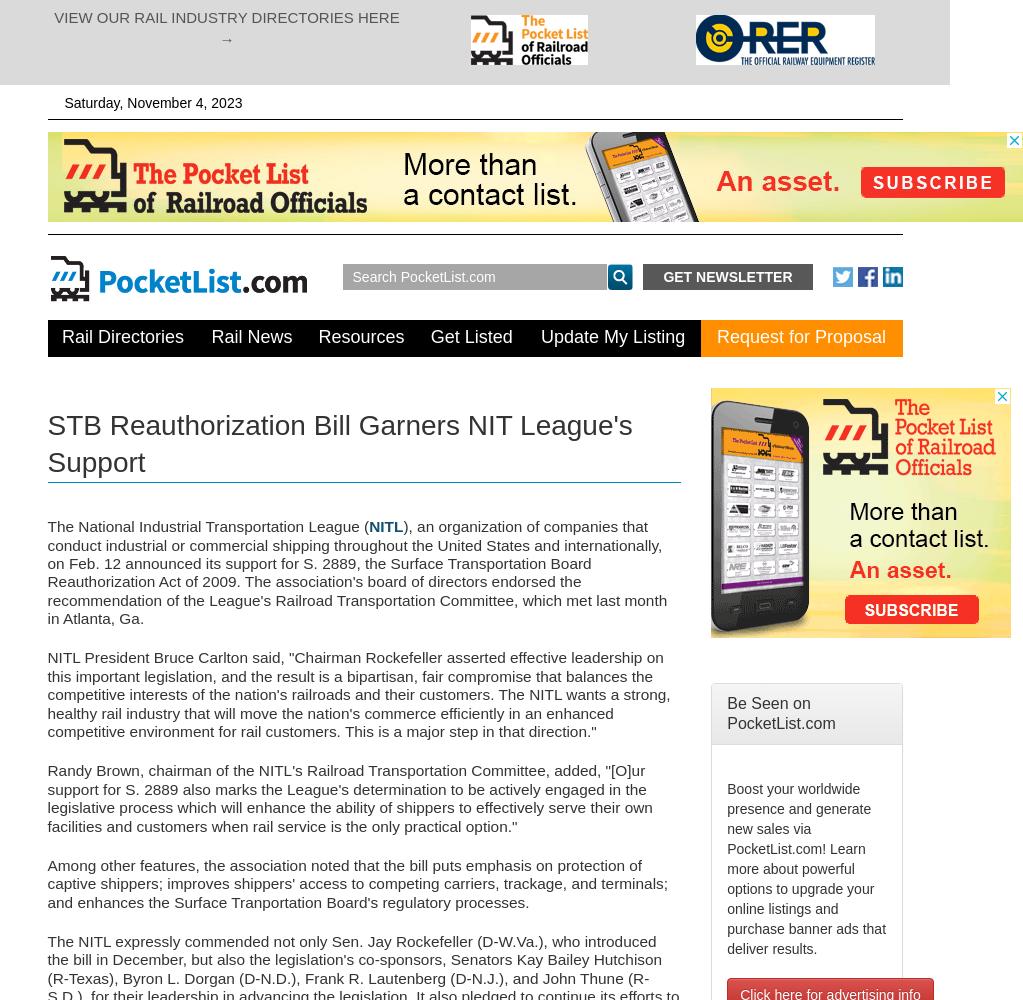 The image size is (1023, 1000). Describe the element at coordinates (339, 442) in the screenshot. I see `'STB Reauthorization Bill Garners NIT League's Support'` at that location.